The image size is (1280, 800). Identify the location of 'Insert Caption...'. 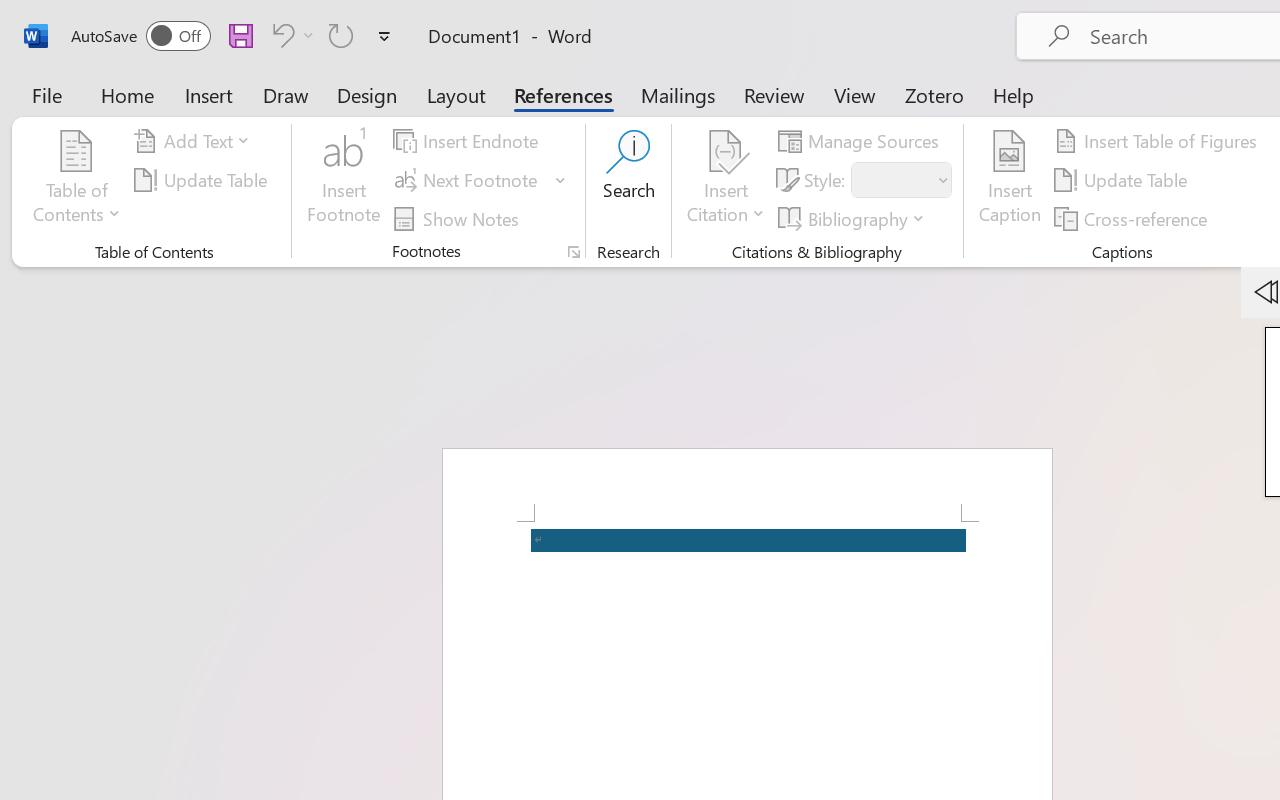
(1009, 179).